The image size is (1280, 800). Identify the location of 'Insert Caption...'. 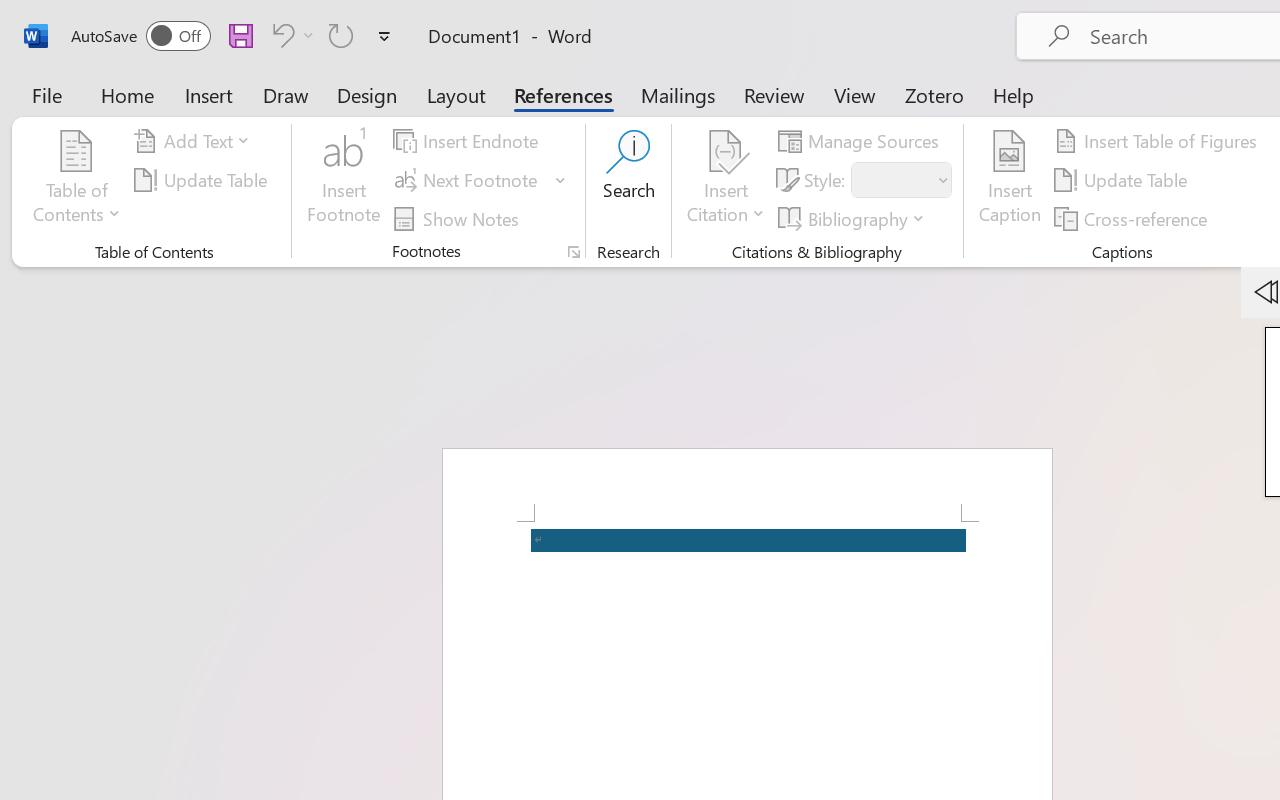
(1009, 179).